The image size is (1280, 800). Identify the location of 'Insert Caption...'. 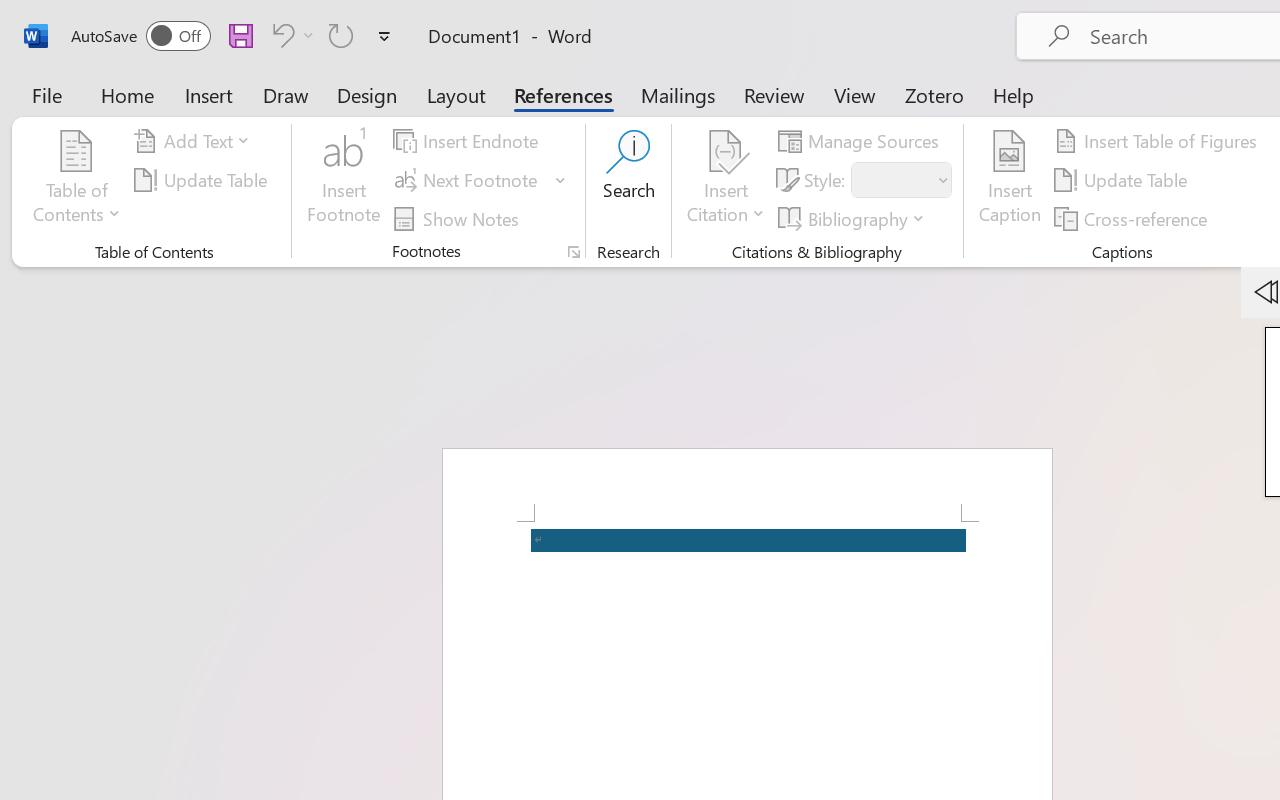
(1009, 179).